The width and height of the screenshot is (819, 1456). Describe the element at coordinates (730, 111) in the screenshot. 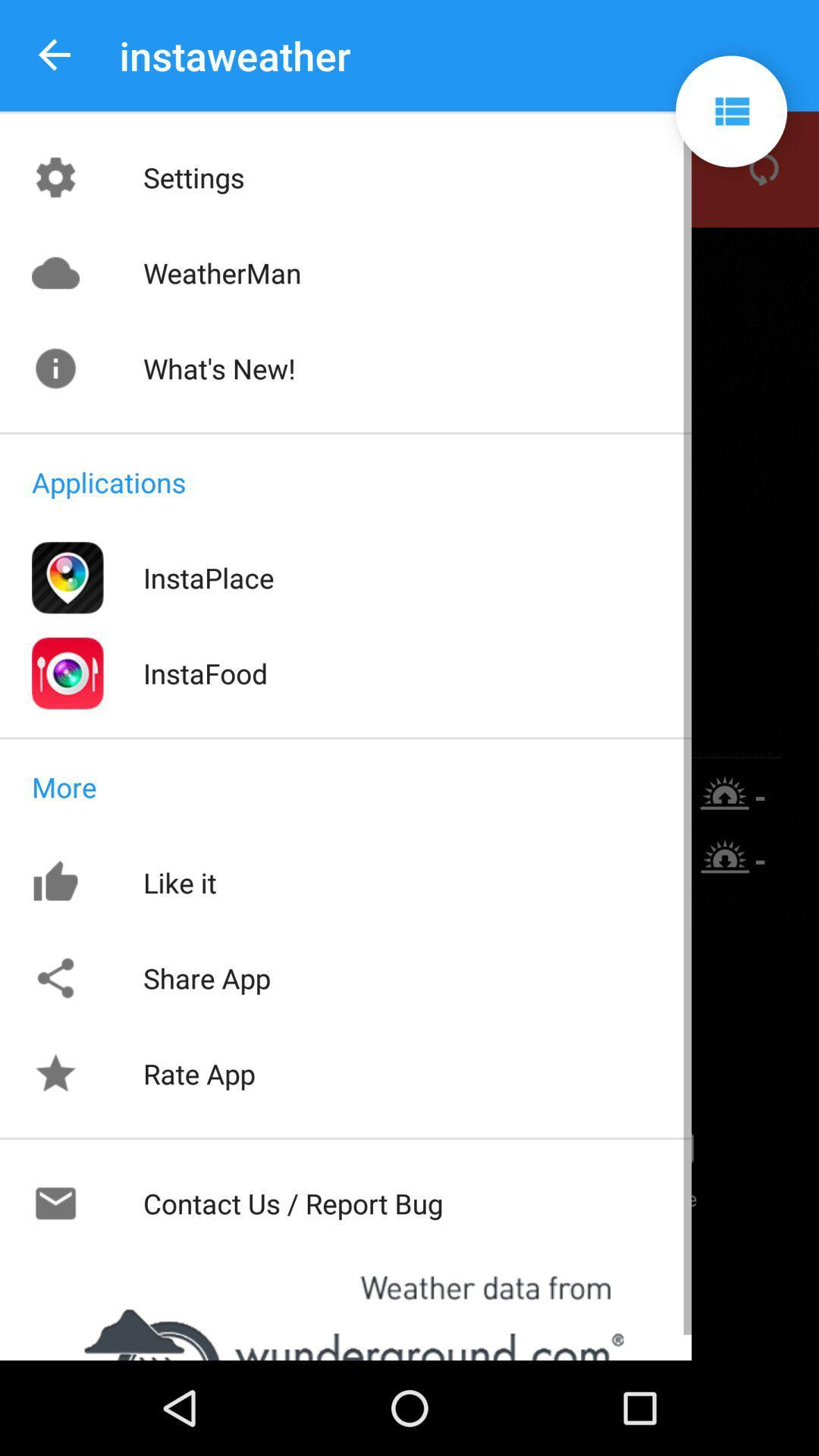

I see `the list icon` at that location.